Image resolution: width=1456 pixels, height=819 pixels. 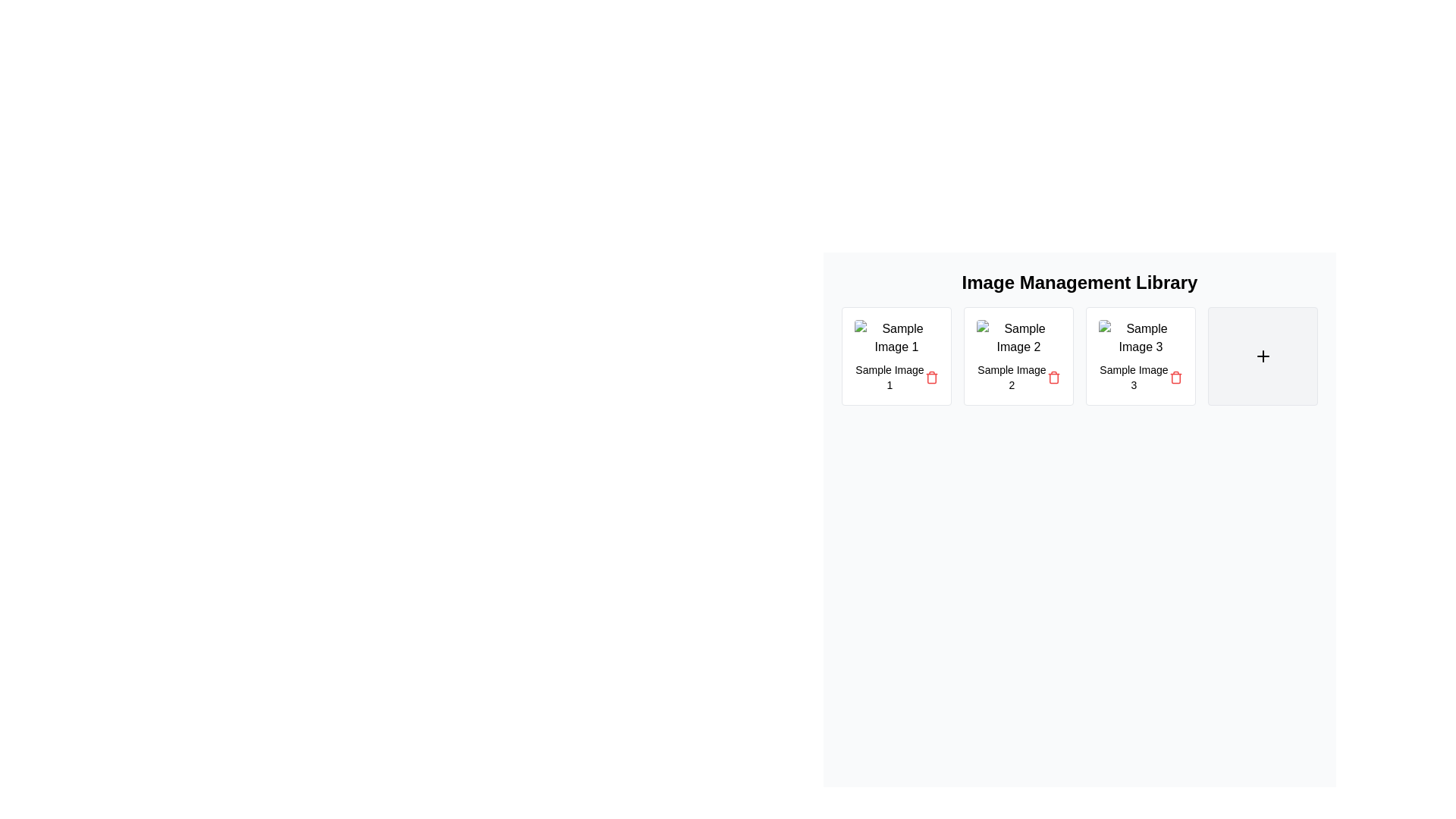 What do you see at coordinates (1263, 356) in the screenshot?
I see `the button with a plus icon, located at the far right of the grid layout` at bounding box center [1263, 356].